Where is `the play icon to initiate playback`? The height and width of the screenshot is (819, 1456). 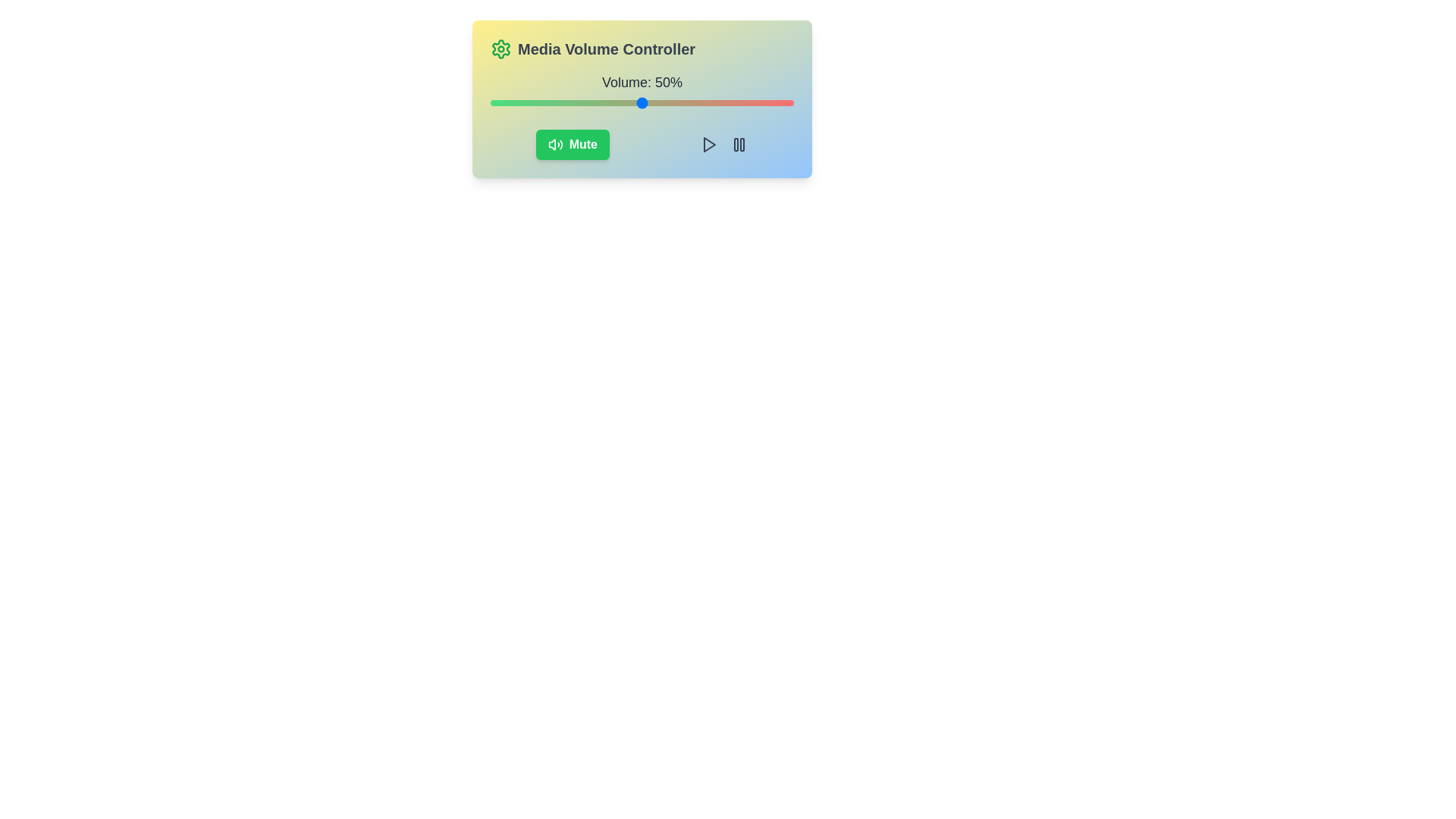 the play icon to initiate playback is located at coordinates (708, 145).